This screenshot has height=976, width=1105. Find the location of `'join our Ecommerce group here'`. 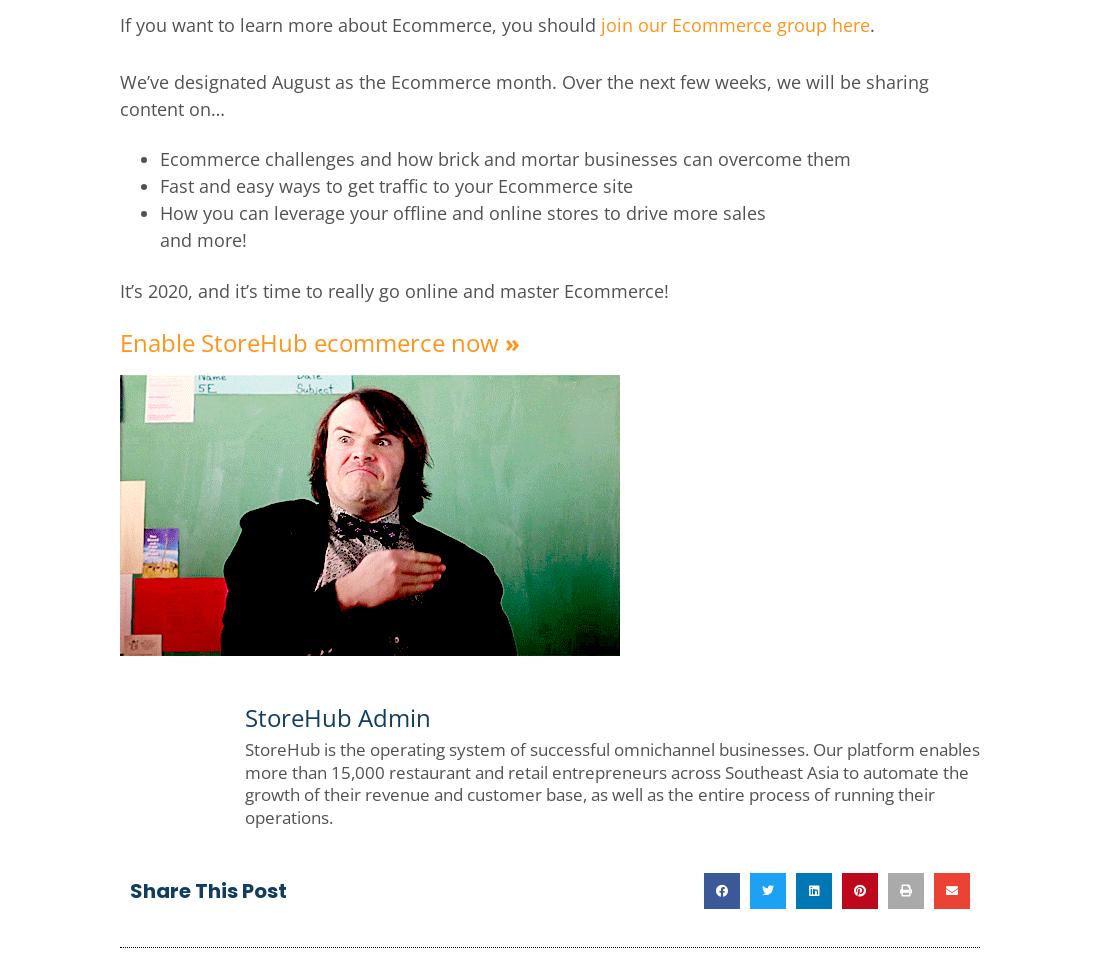

'join our Ecommerce group here' is located at coordinates (600, 24).